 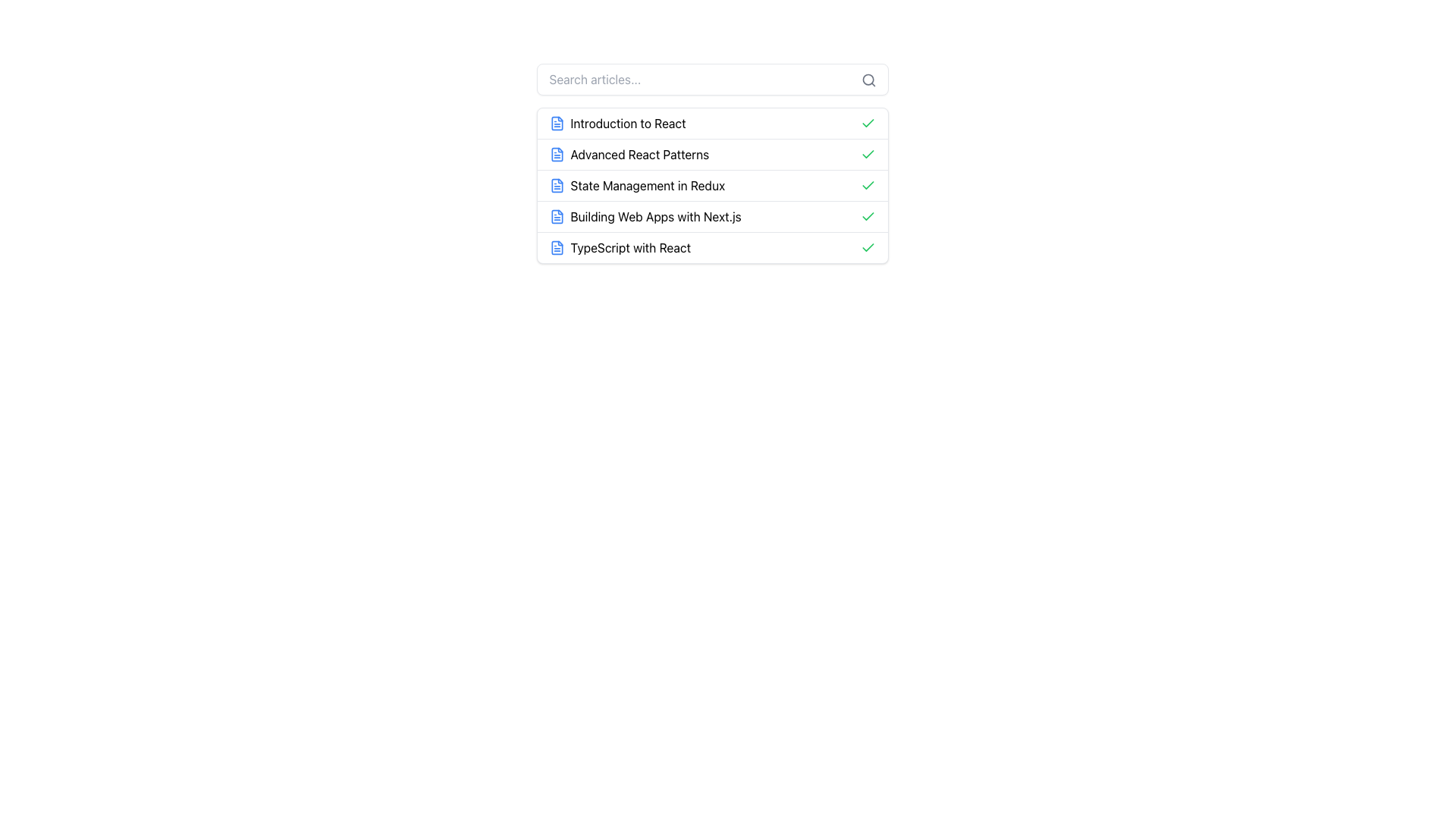 What do you see at coordinates (556, 155) in the screenshot?
I see `the icon representing 'Advanced React Patterns' located to the left of the text in the second item of the vertical list` at bounding box center [556, 155].